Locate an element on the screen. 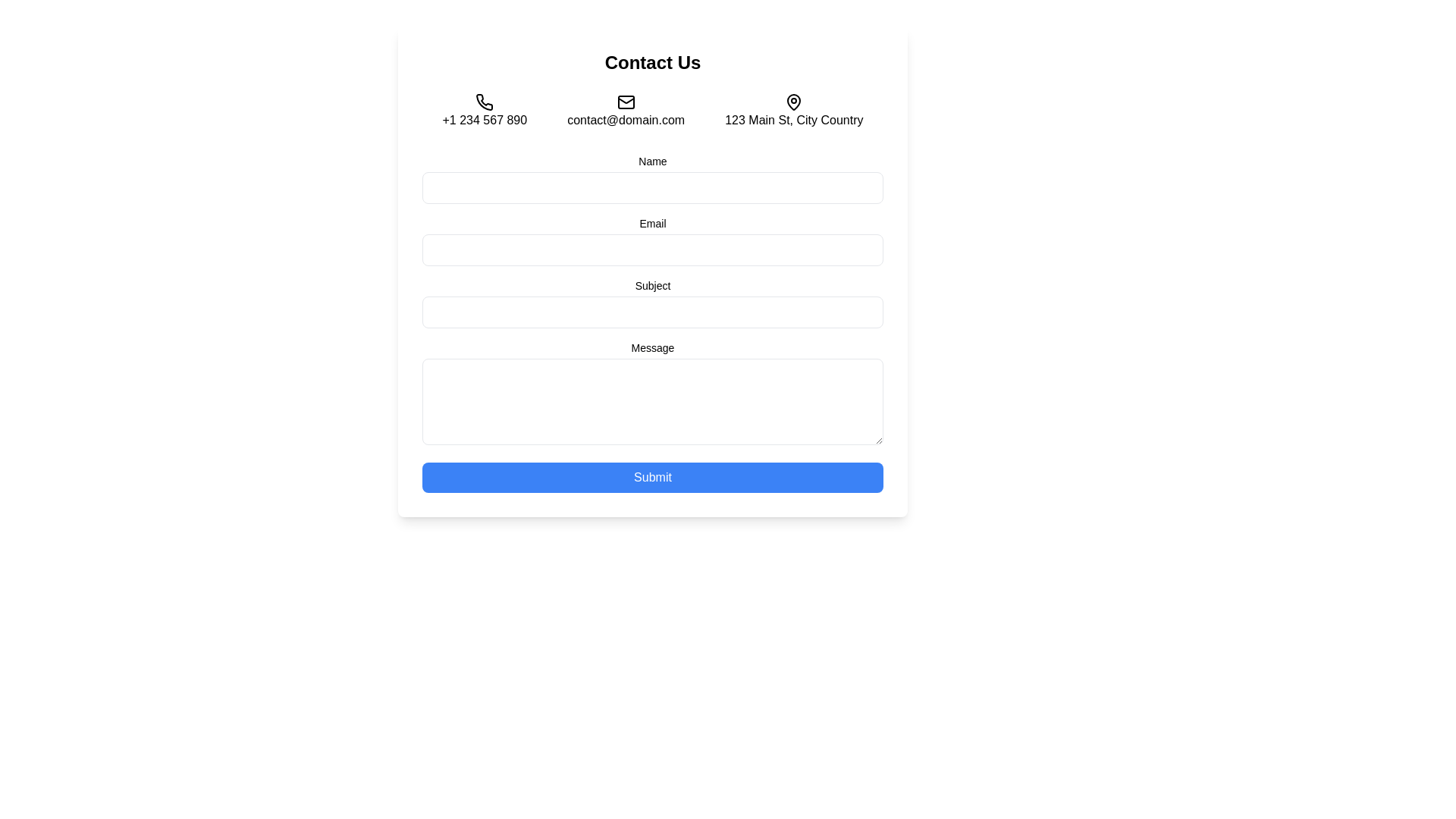 The image size is (1456, 819). the label that identifies the purpose of the input field for entering the user's name, located at the top of the contact form is located at coordinates (652, 161).